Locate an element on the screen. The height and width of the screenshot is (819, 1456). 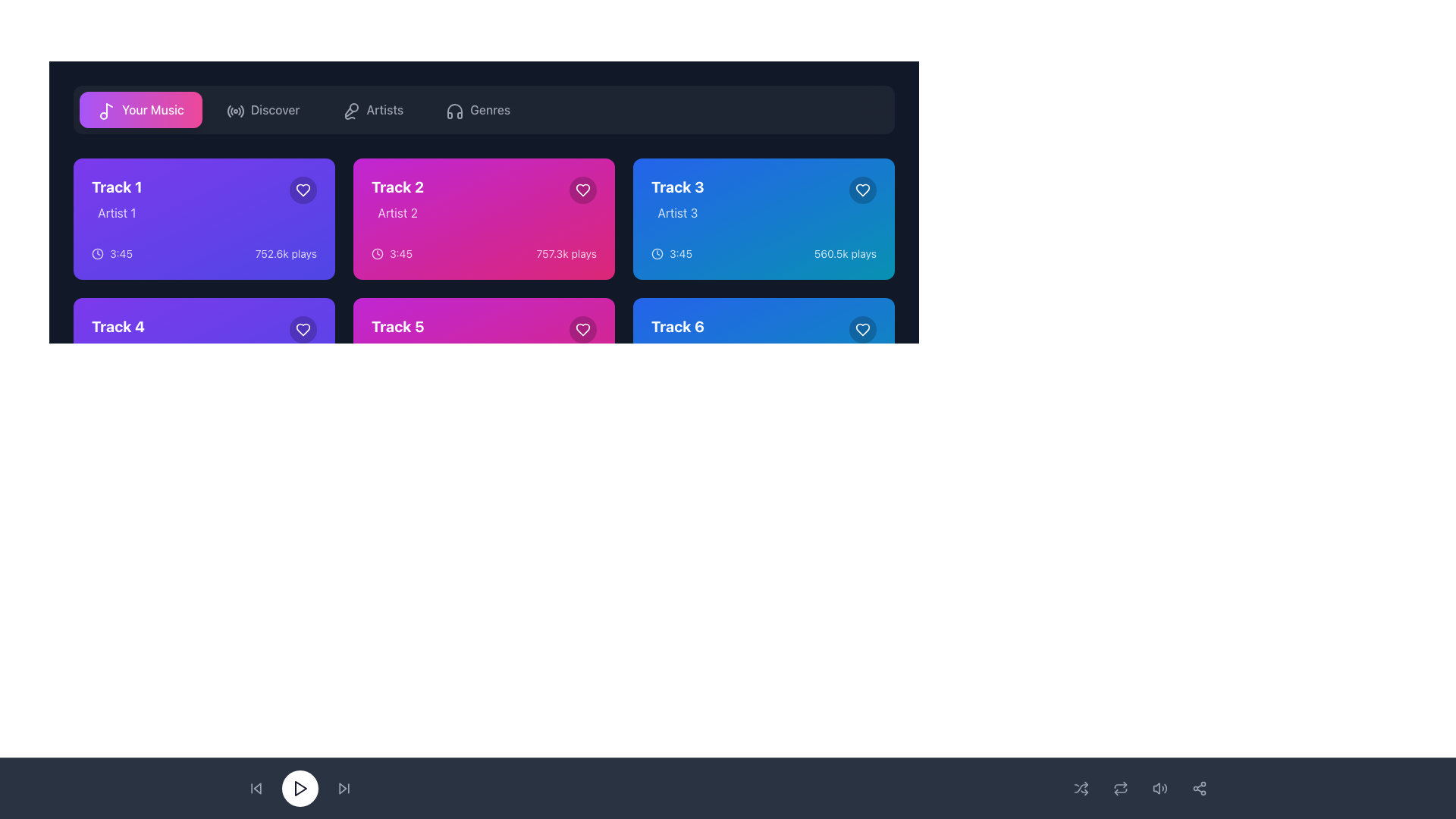
the 'like' button located in the lower-right corner of the 'Track 4' card to focus on it for interaction is located at coordinates (303, 329).